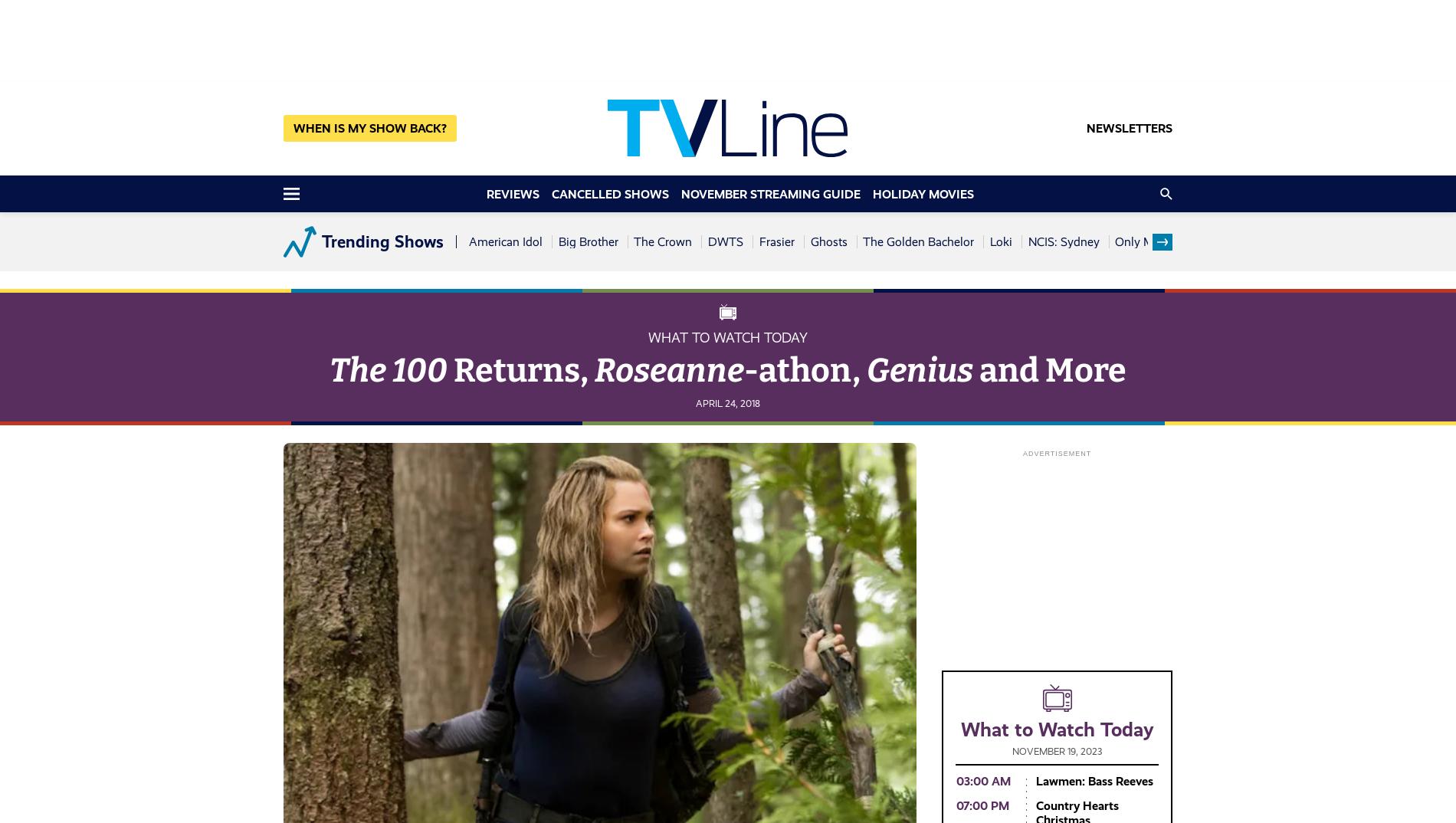 The width and height of the screenshot is (1456, 823). Describe the element at coordinates (862, 241) in the screenshot. I see `'The Golden Bachelor'` at that location.